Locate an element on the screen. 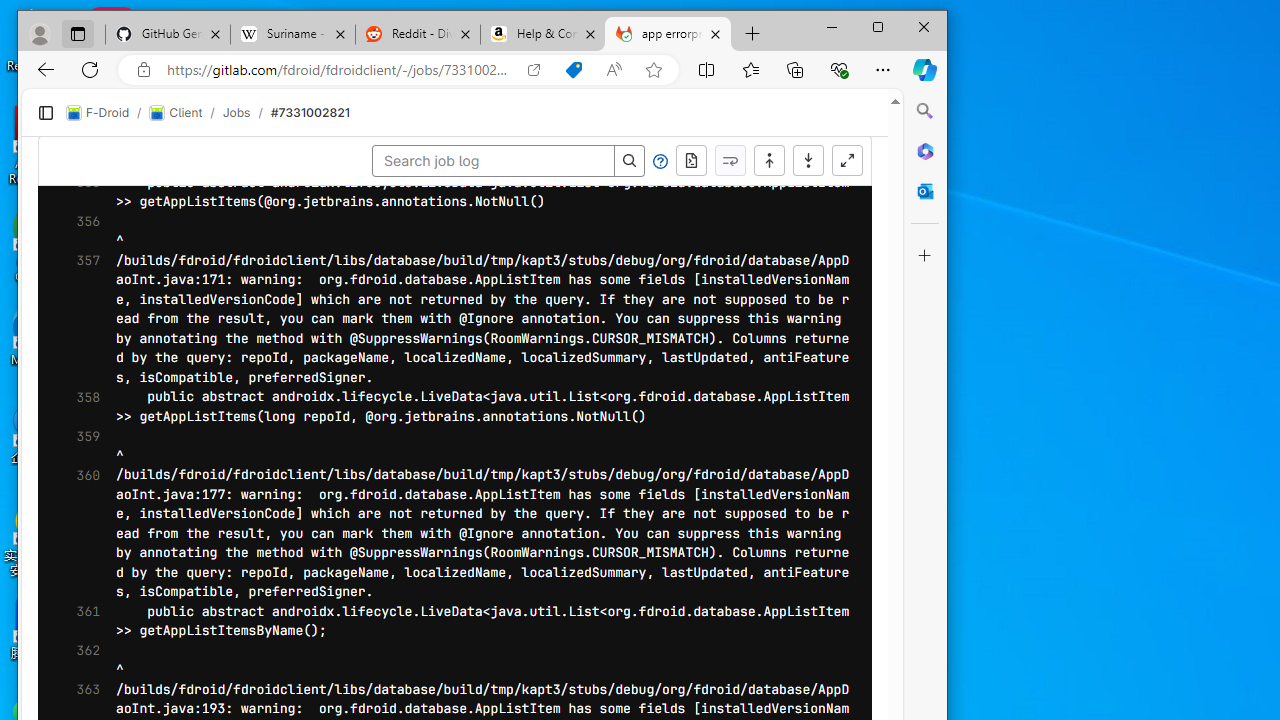  '356' is located at coordinates (81, 230).